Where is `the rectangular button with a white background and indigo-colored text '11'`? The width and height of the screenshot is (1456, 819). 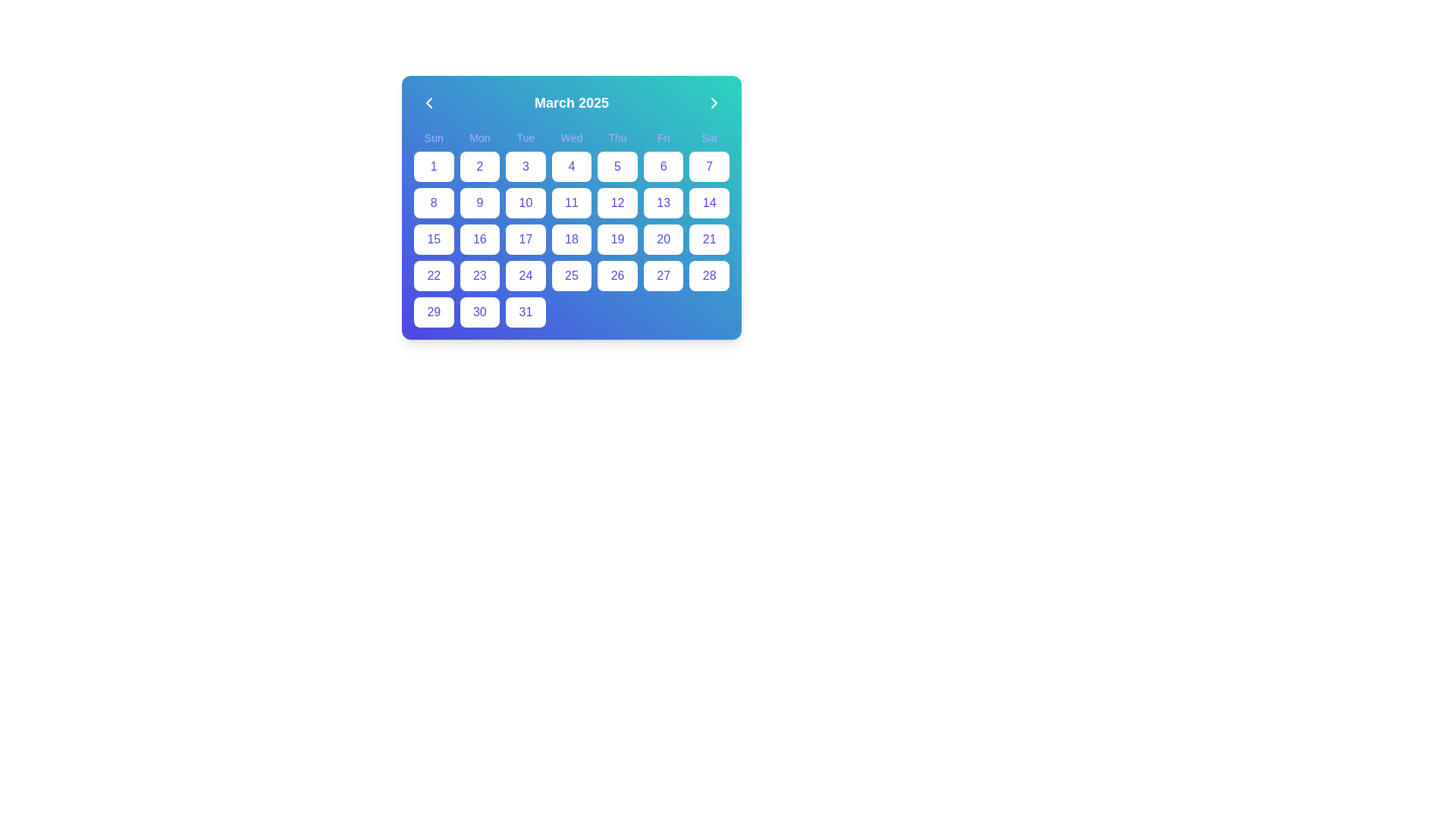 the rectangular button with a white background and indigo-colored text '11' is located at coordinates (570, 202).